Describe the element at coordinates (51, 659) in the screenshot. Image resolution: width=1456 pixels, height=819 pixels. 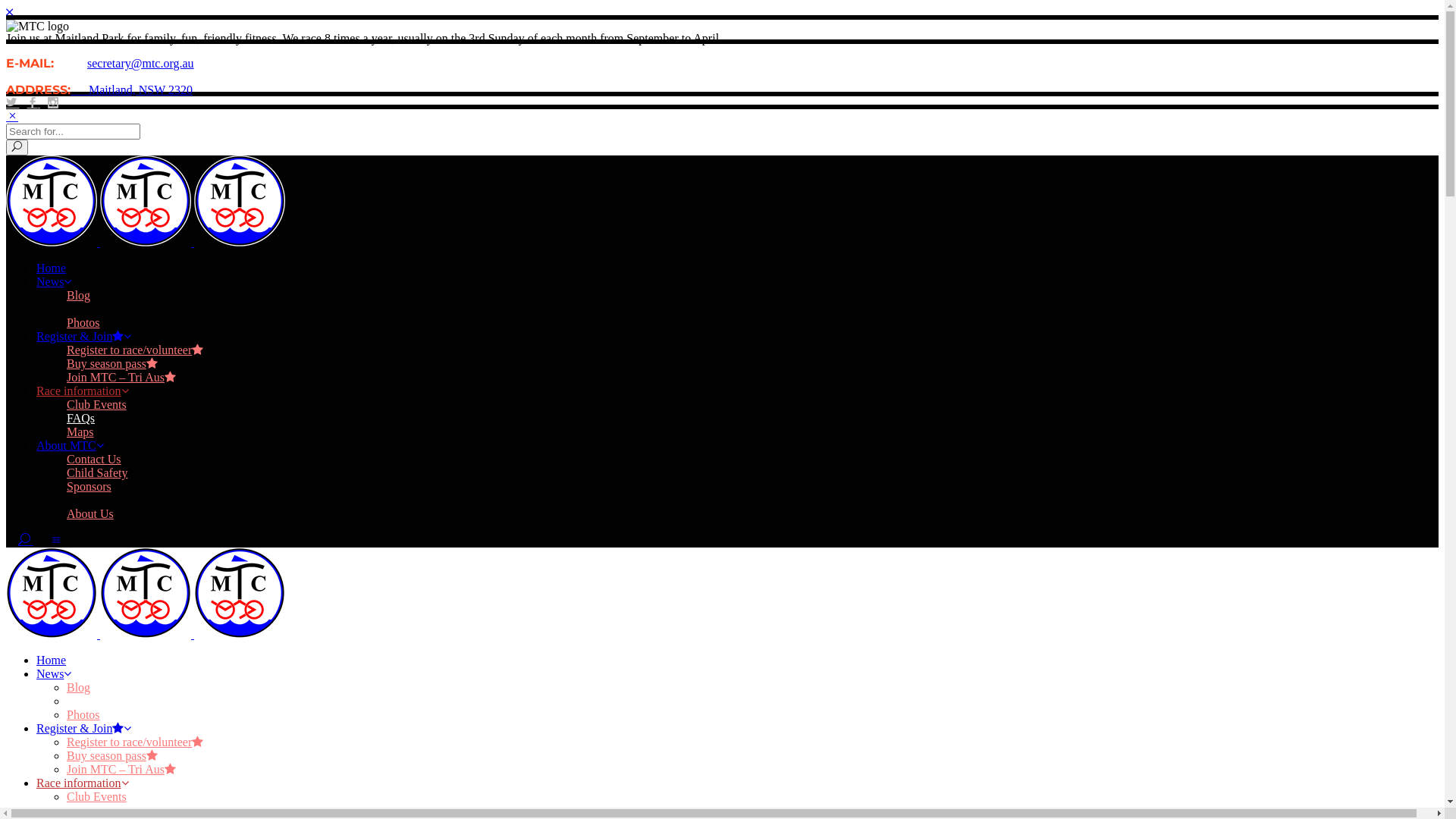
I see `'Home'` at that location.